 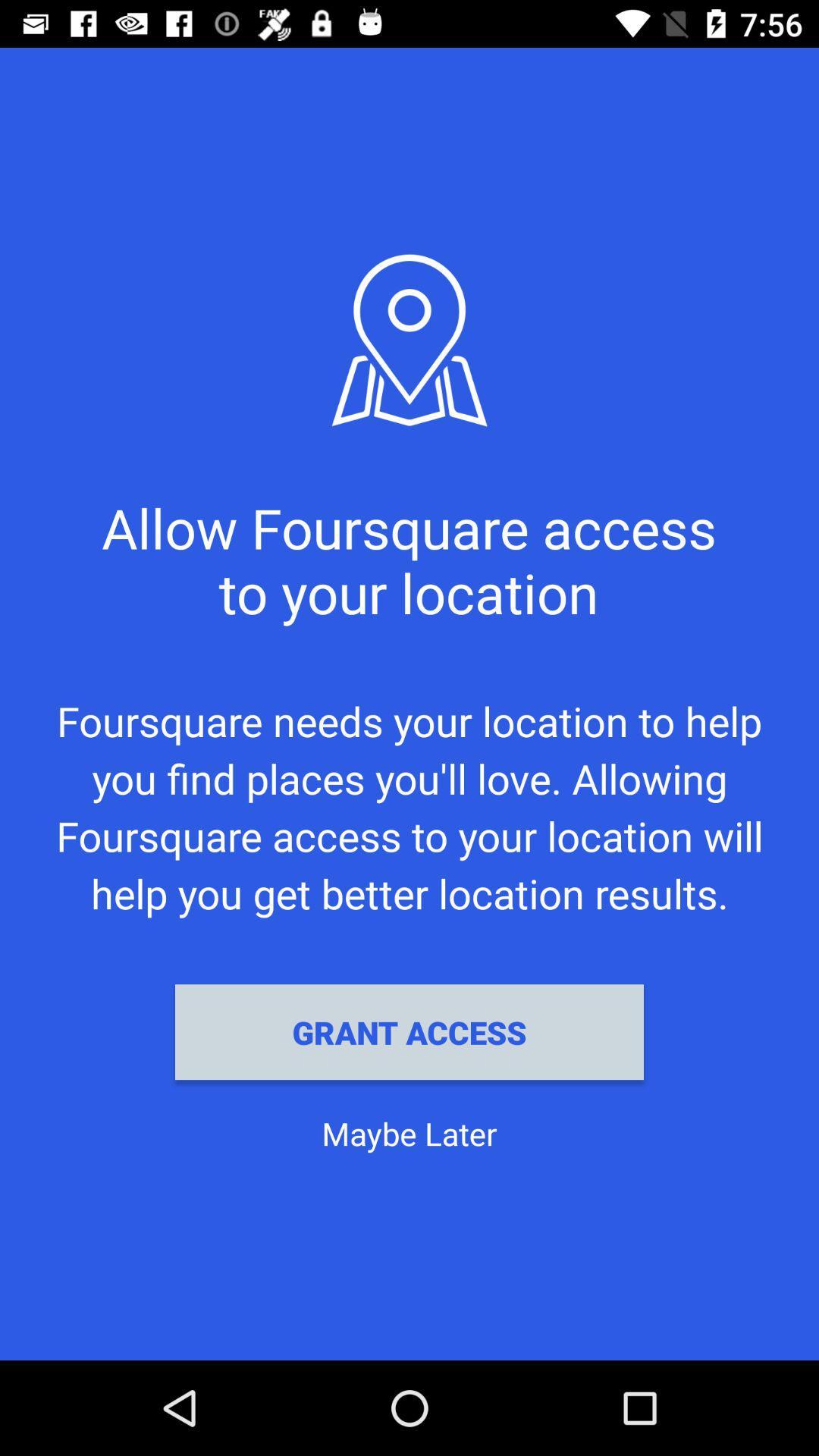 What do you see at coordinates (409, 1031) in the screenshot?
I see `the grant access item` at bounding box center [409, 1031].